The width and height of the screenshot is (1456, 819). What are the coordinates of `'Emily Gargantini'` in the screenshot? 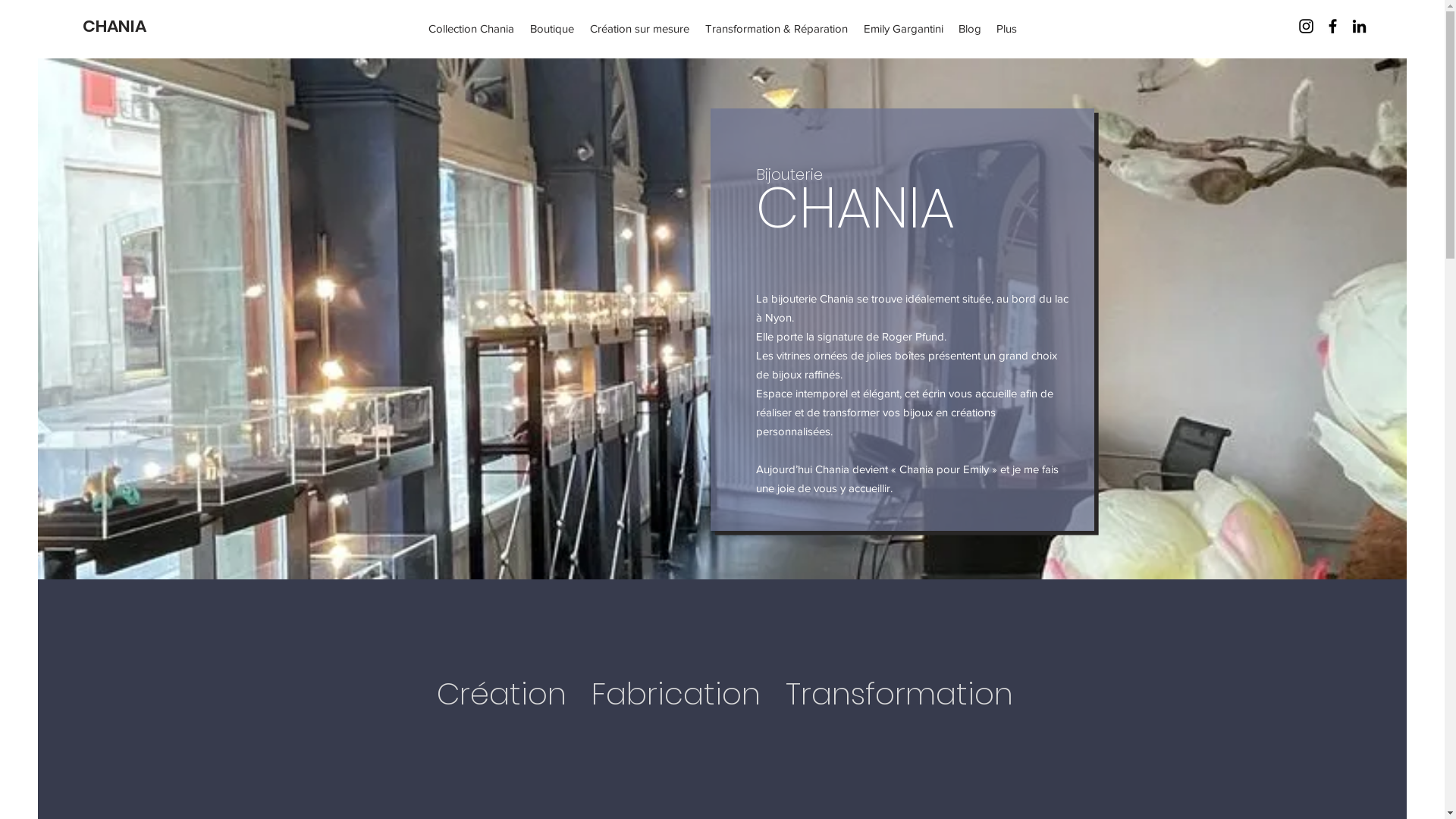 It's located at (855, 28).